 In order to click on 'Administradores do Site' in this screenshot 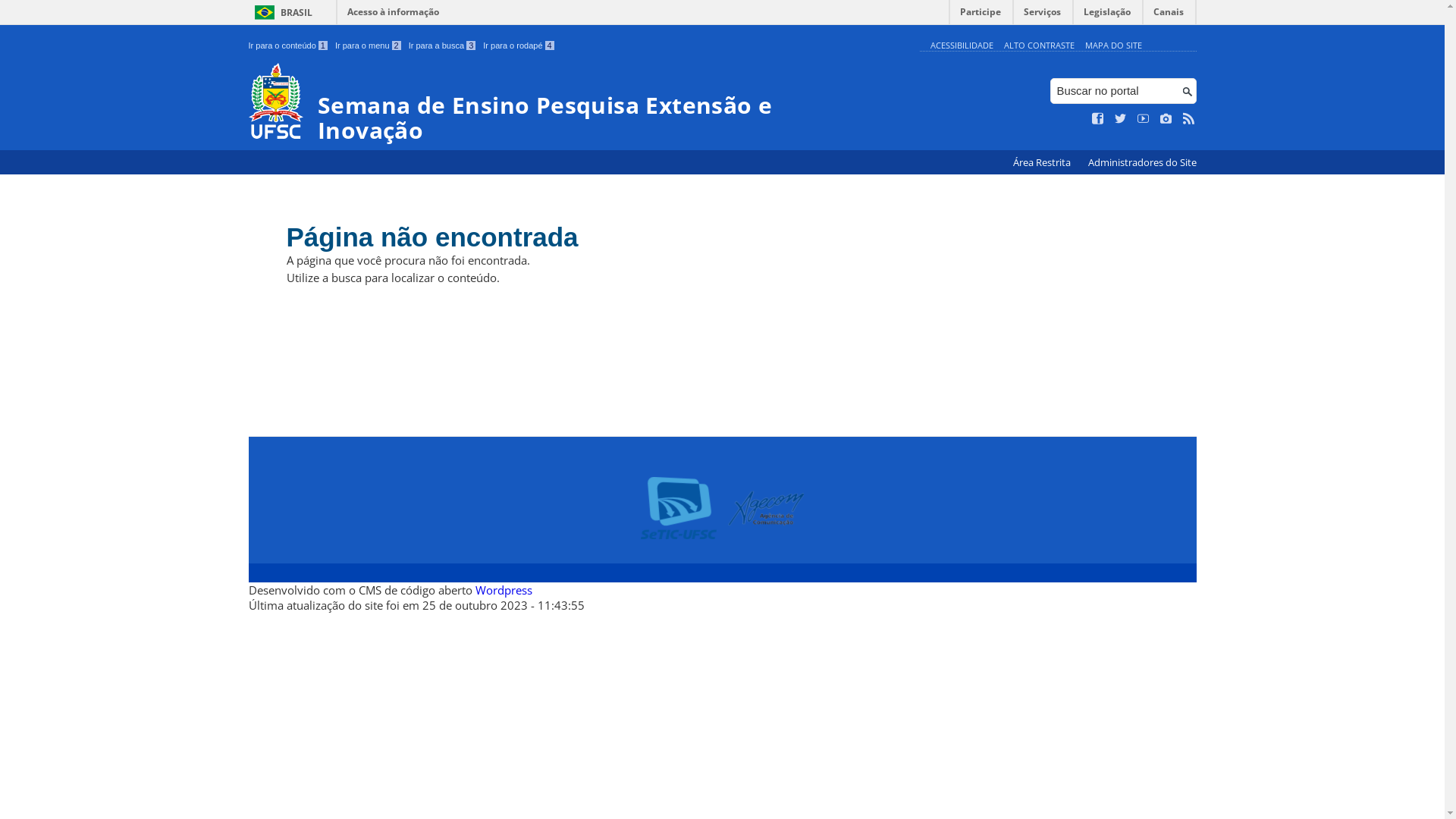, I will do `click(1141, 162)`.